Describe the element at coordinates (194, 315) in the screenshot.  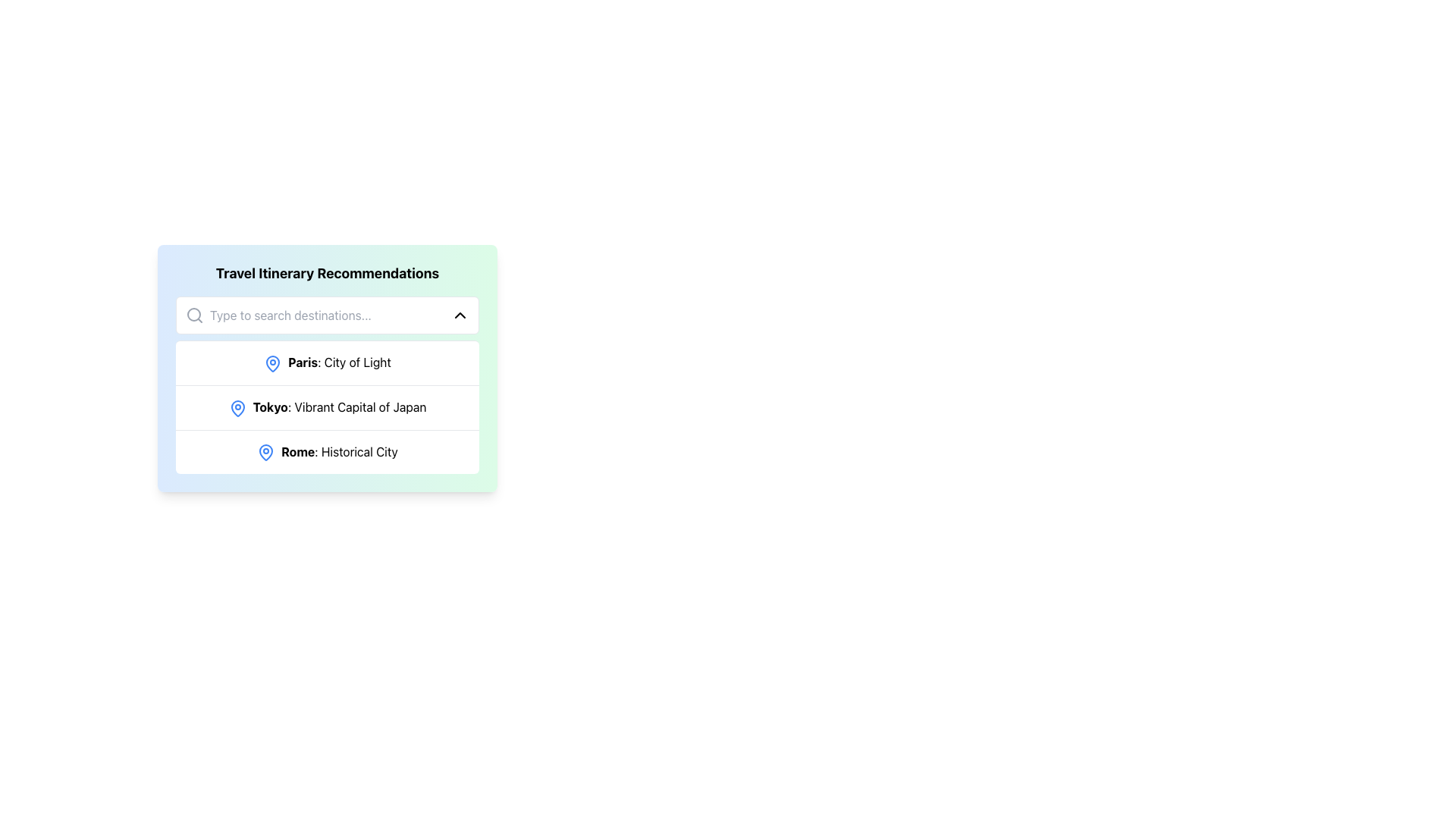
I see `the visual indicator icon located on the left side of the search bar within the 'Travel Itinerary Recommendations' card, which suggests the functionality of the search input field` at that location.